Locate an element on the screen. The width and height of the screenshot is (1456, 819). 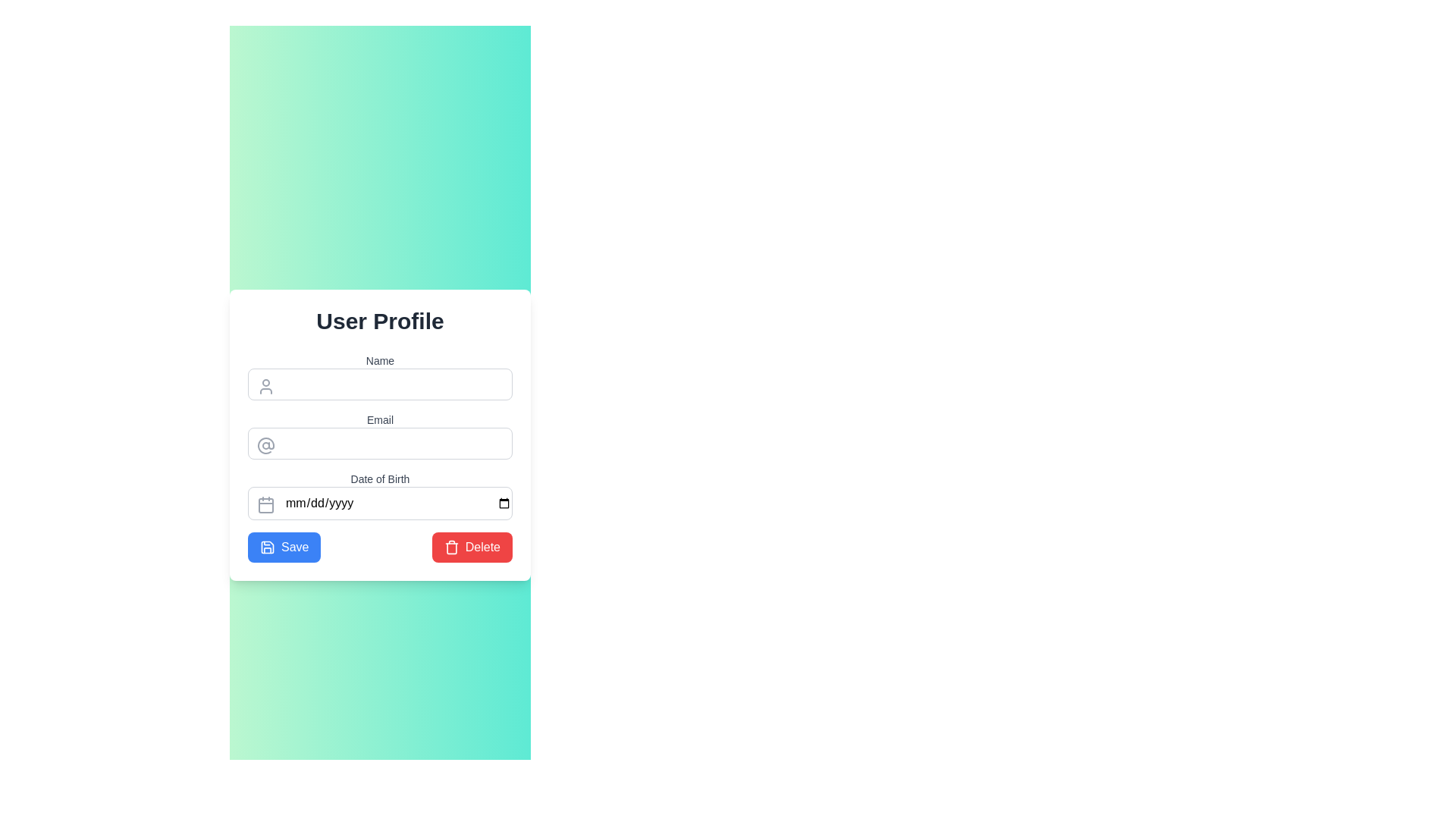
the label that describes the date of birth input field in the 'User Profile' form, which is the third labeled field above the corresponding input field is located at coordinates (380, 479).